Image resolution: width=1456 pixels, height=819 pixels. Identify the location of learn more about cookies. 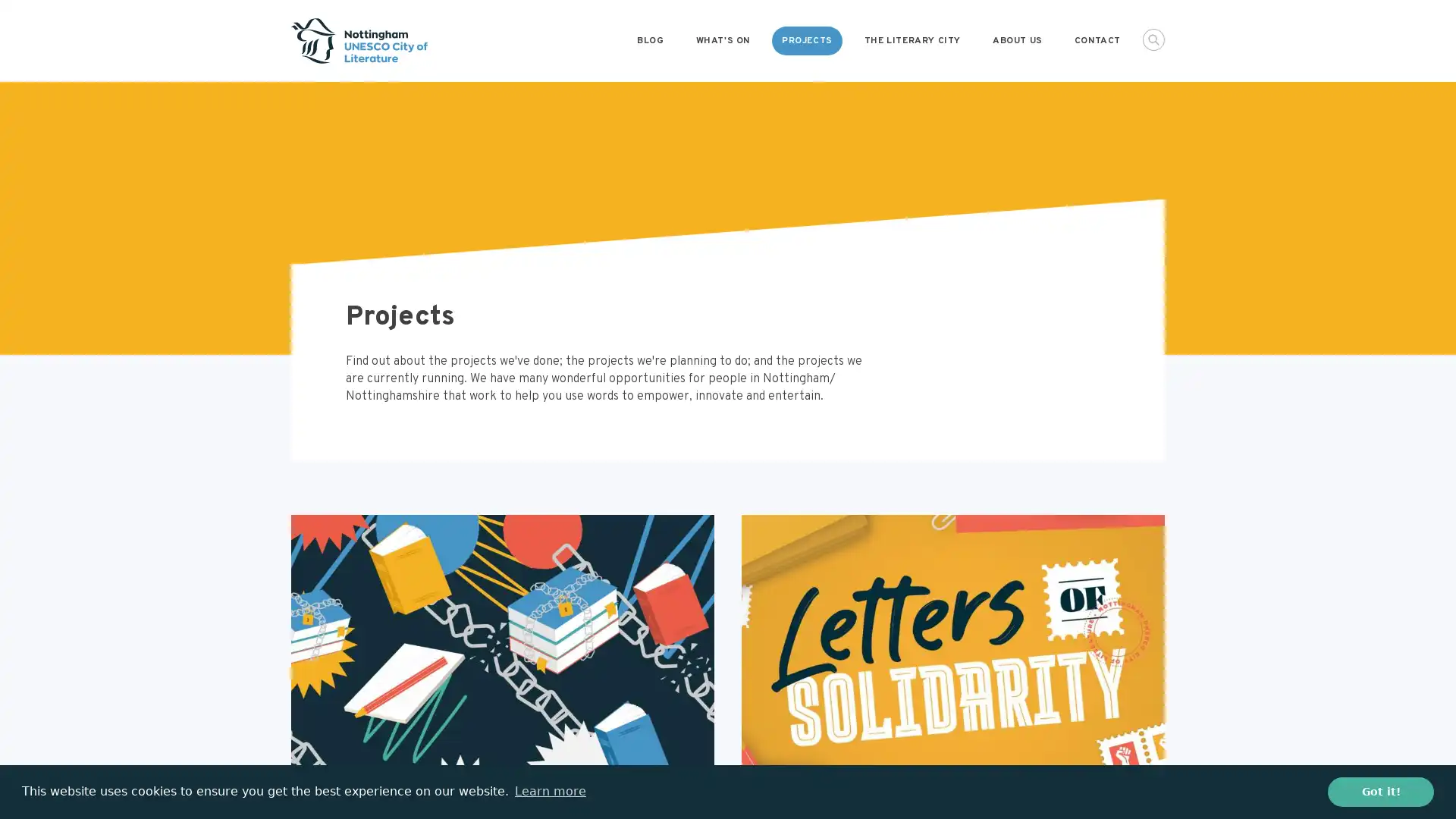
(549, 791).